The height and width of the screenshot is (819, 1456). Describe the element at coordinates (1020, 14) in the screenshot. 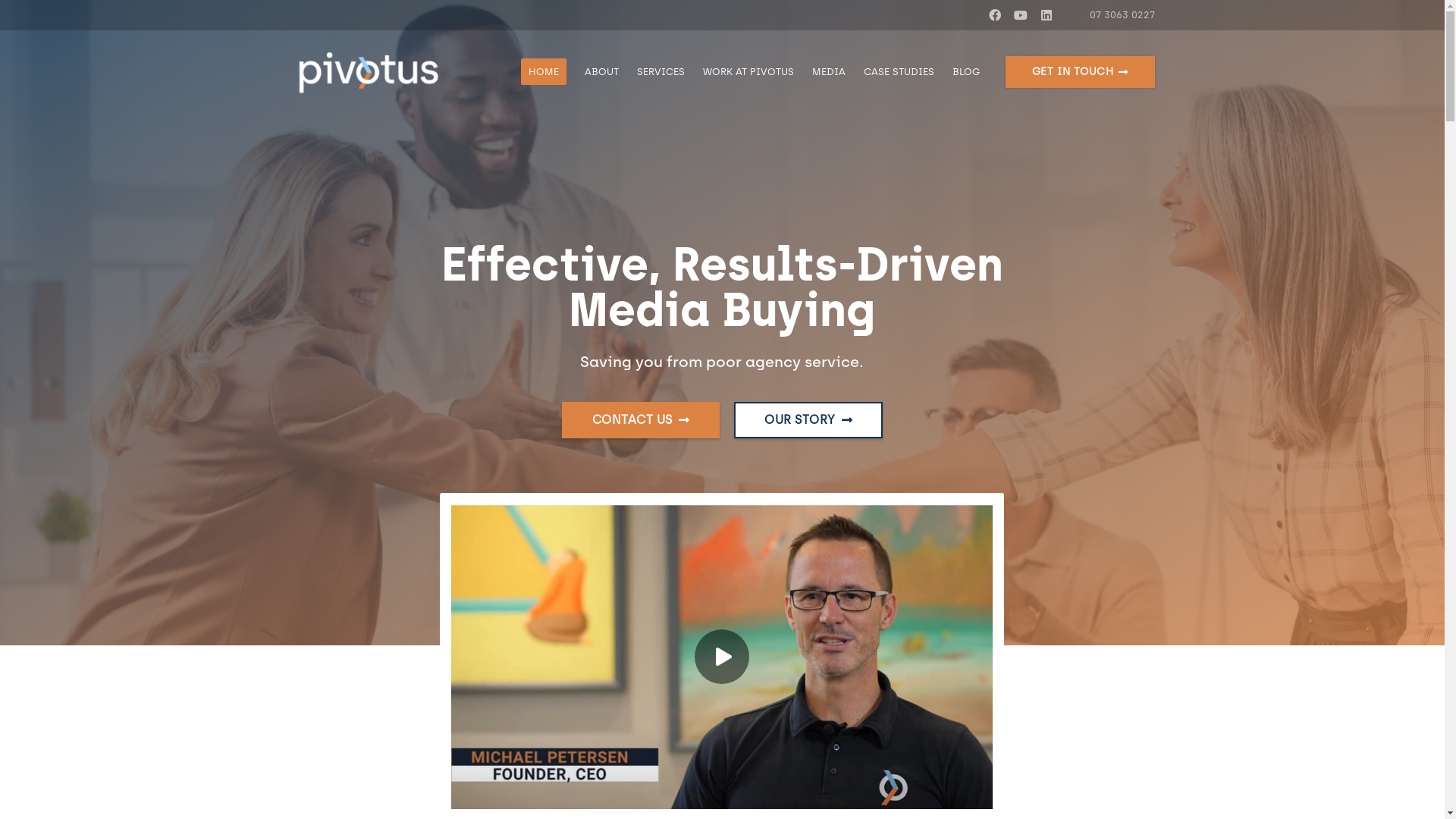

I see `'YouTube'` at that location.